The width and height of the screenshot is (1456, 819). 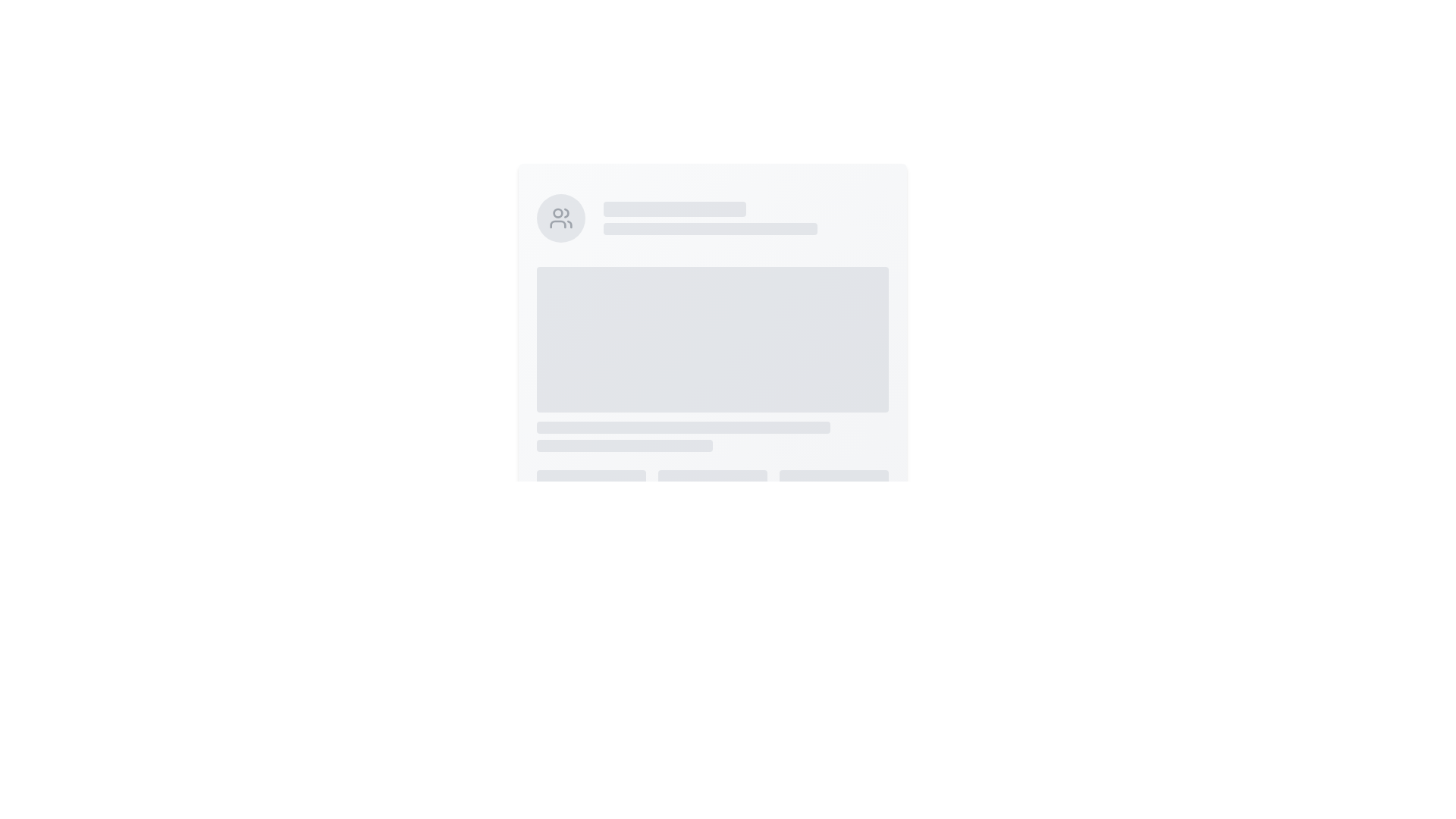 What do you see at coordinates (560, 218) in the screenshot?
I see `the user/group icon represented by an SVG graphic component, located in the top-left section of the interface` at bounding box center [560, 218].